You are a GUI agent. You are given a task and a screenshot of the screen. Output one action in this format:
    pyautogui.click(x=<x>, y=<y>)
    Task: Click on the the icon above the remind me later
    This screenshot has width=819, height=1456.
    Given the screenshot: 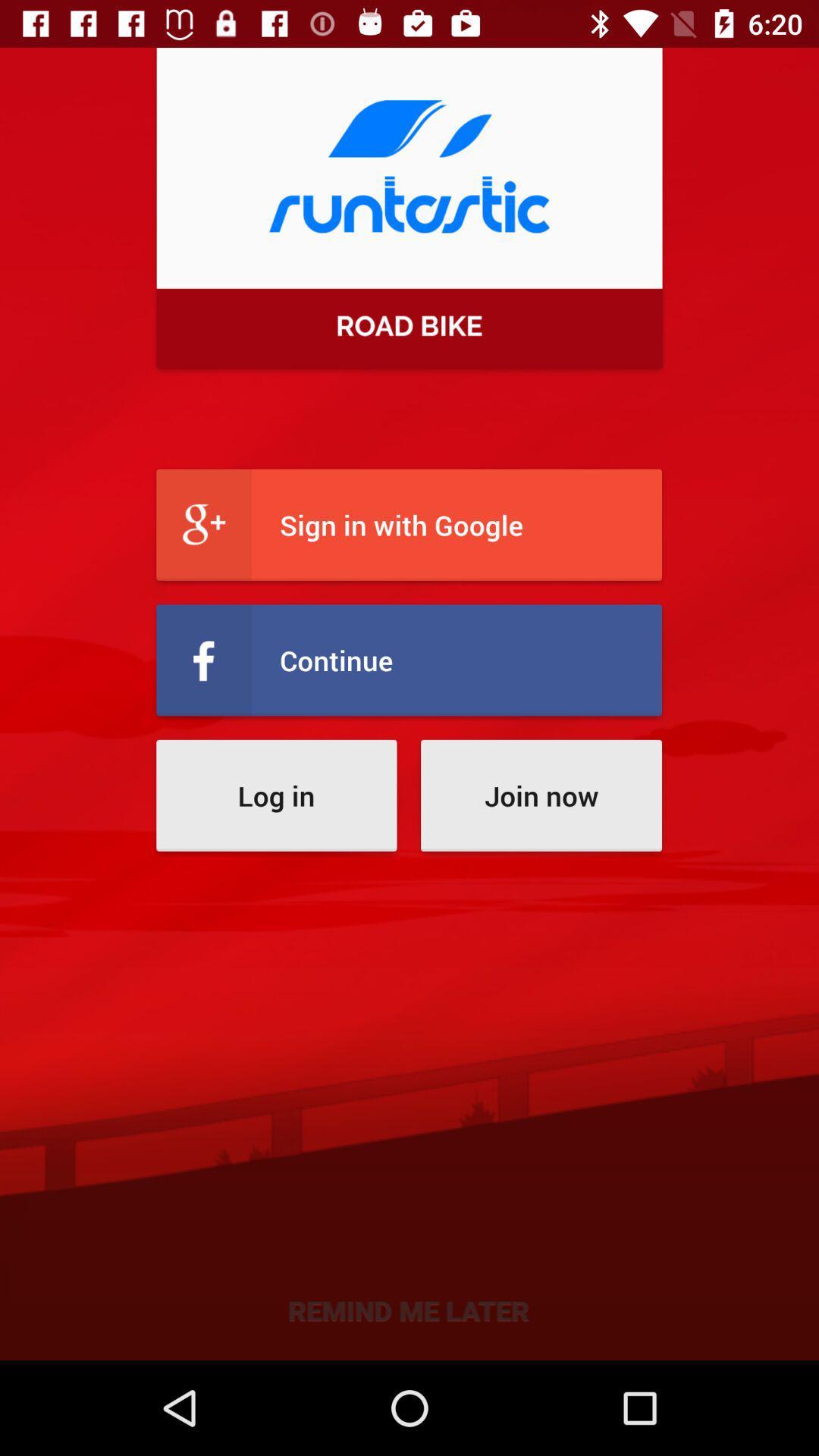 What is the action you would take?
    pyautogui.click(x=540, y=795)
    